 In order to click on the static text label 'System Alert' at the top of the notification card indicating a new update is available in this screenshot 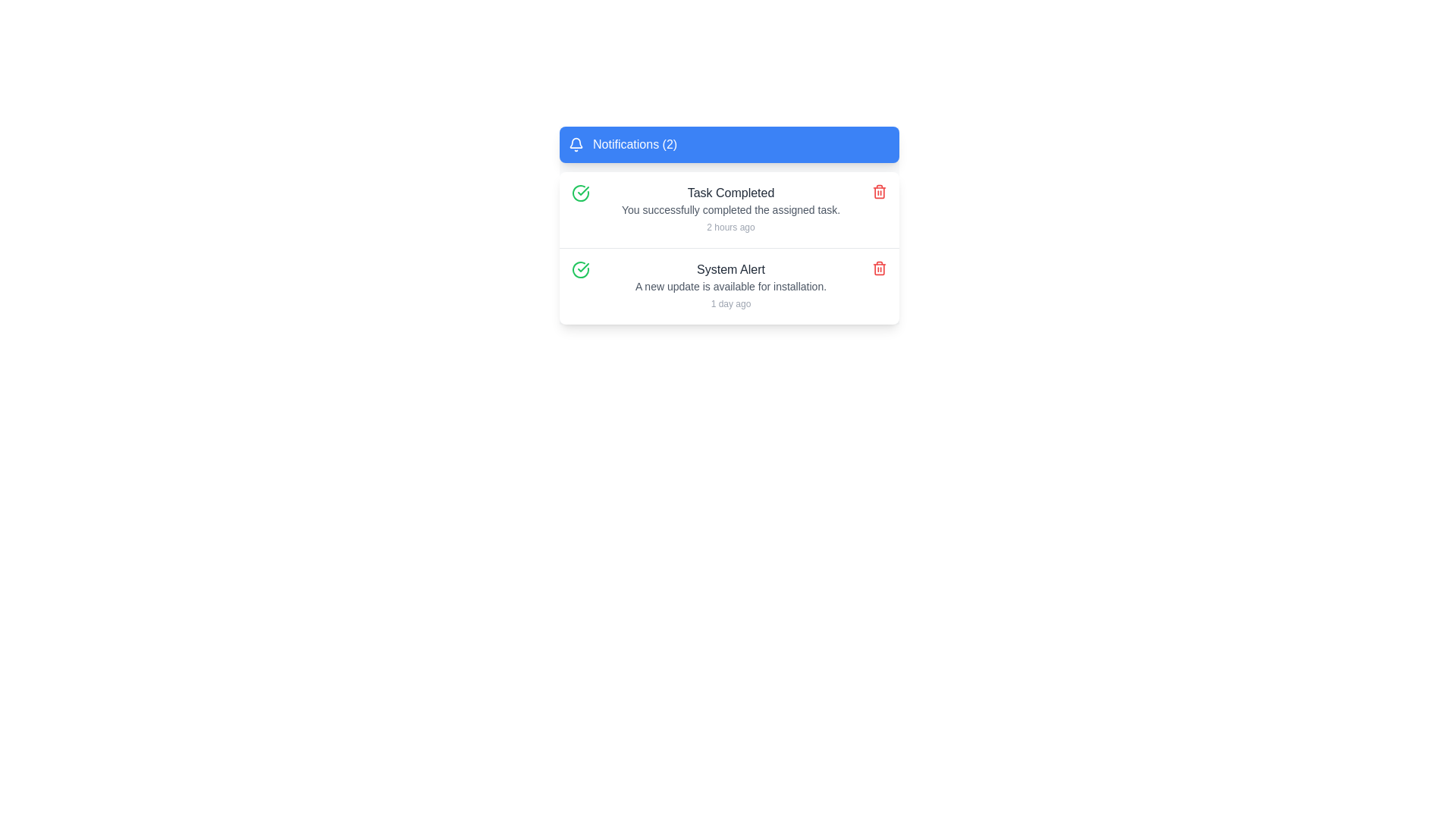, I will do `click(731, 268)`.